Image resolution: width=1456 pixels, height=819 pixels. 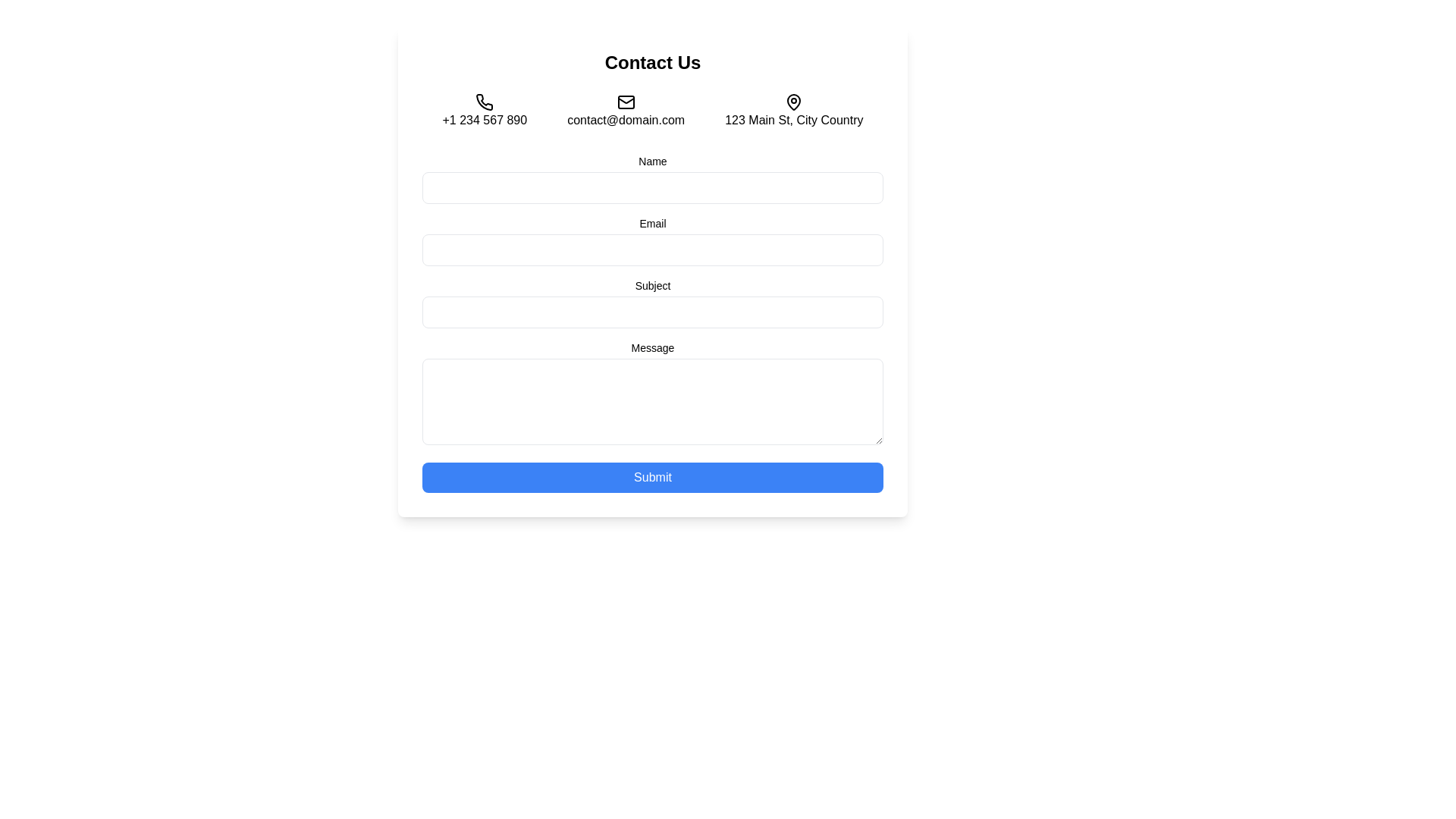 I want to click on the 'Email' label which is positioned above the input field in the form section, located slightly below the 'Contact Us' header, so click(x=652, y=223).